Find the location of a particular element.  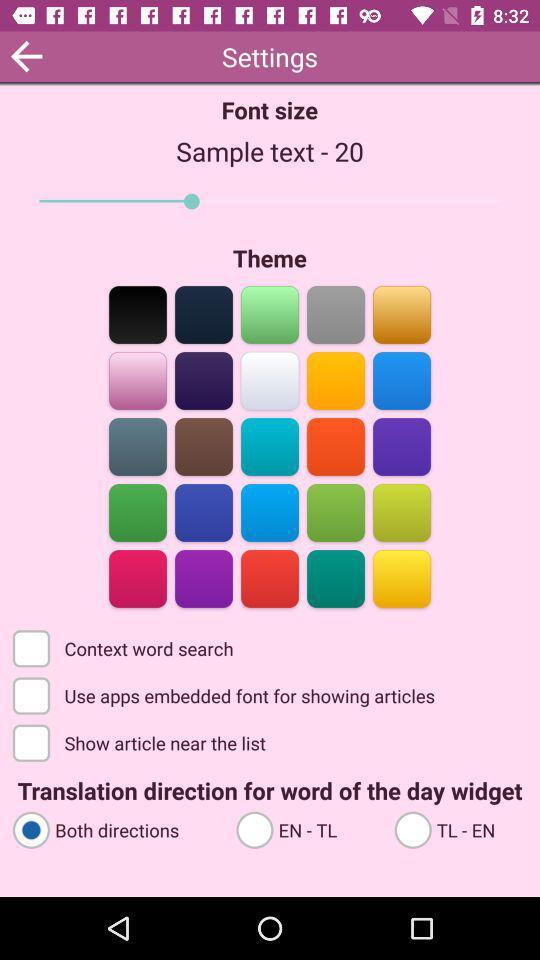

icon below use apps embedded icon is located at coordinates (140, 741).